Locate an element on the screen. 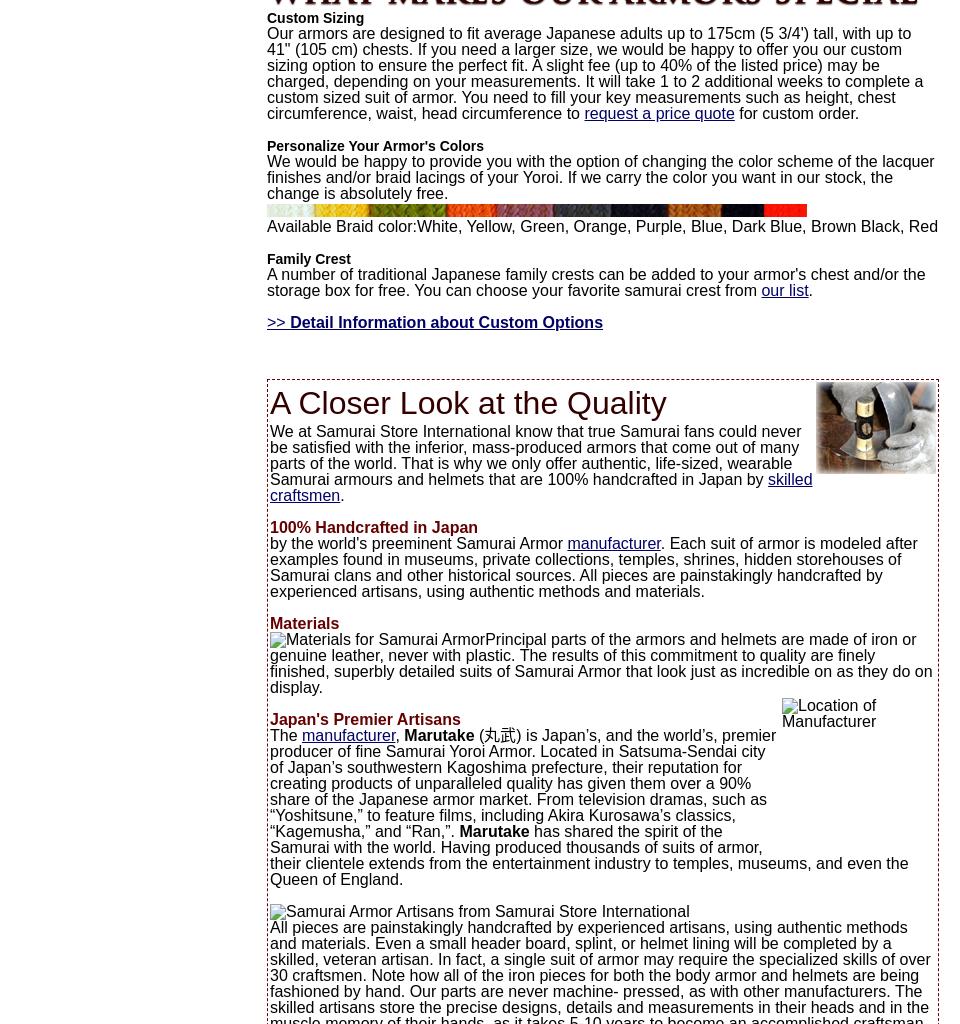 The height and width of the screenshot is (1024, 960). 'skilled craftsmen' is located at coordinates (539, 486).